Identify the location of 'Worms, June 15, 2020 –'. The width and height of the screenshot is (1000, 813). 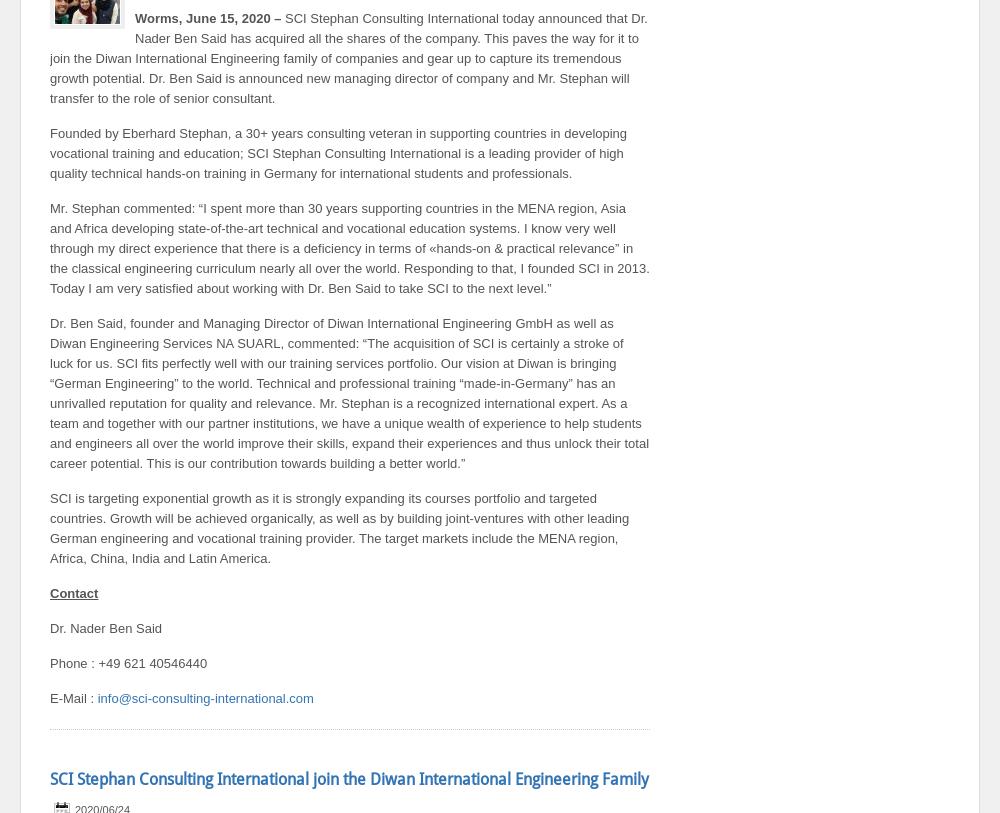
(209, 17).